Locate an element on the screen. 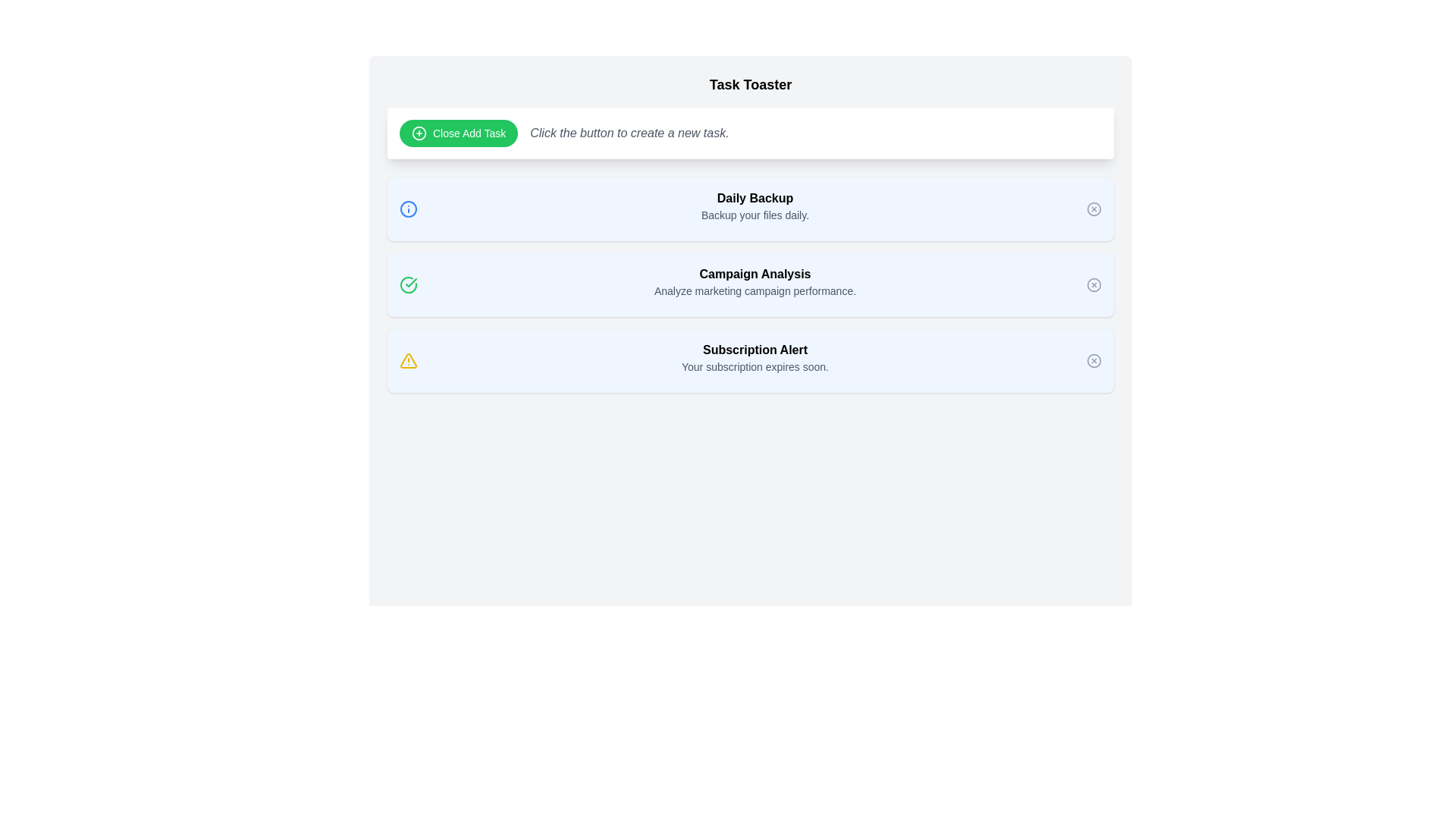 The width and height of the screenshot is (1456, 819). the green button labeled 'Close Add Task' which contains a circular plus icon on its left side is located at coordinates (419, 133).